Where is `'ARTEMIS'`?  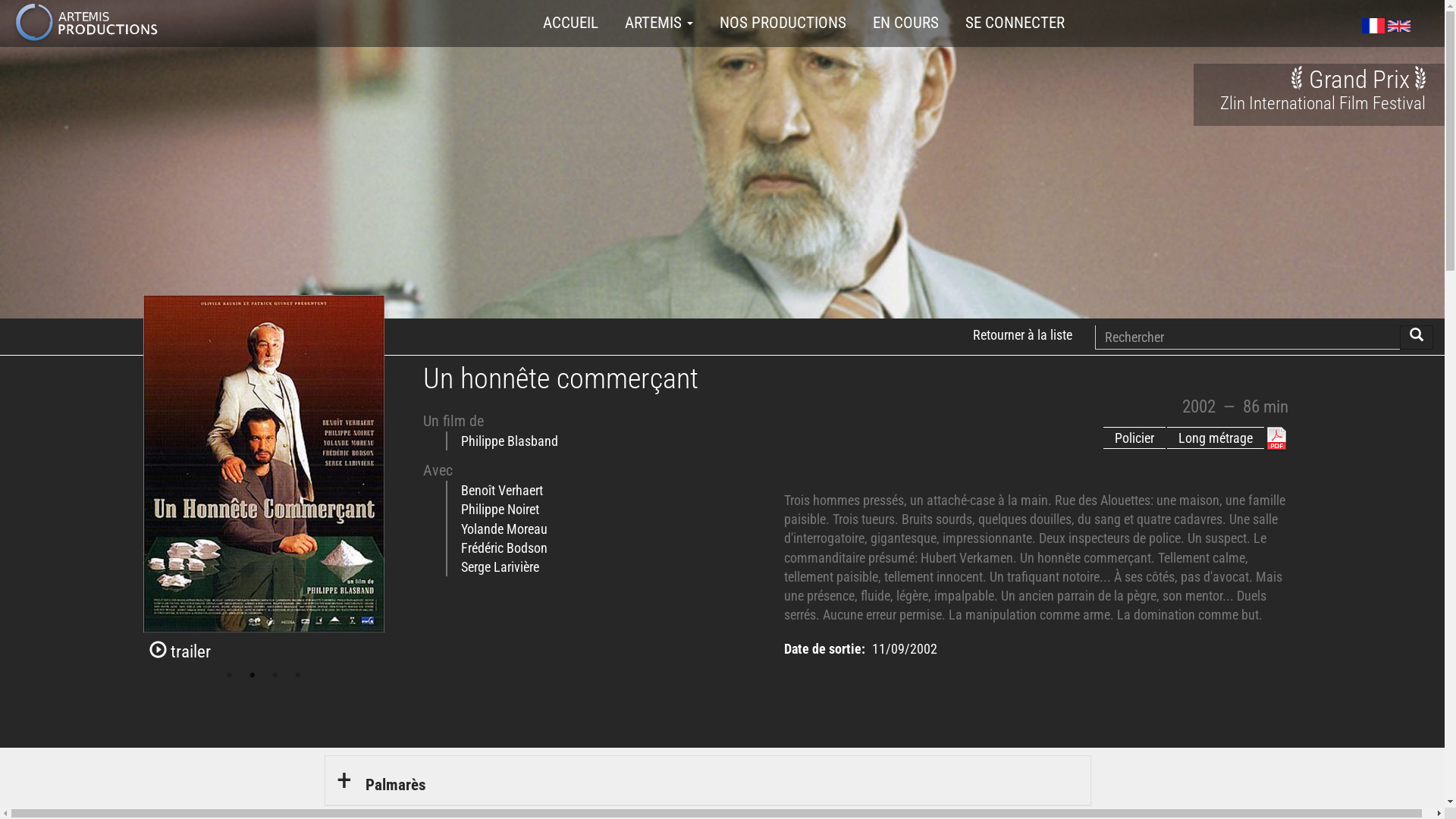 'ARTEMIS' is located at coordinates (658, 23).